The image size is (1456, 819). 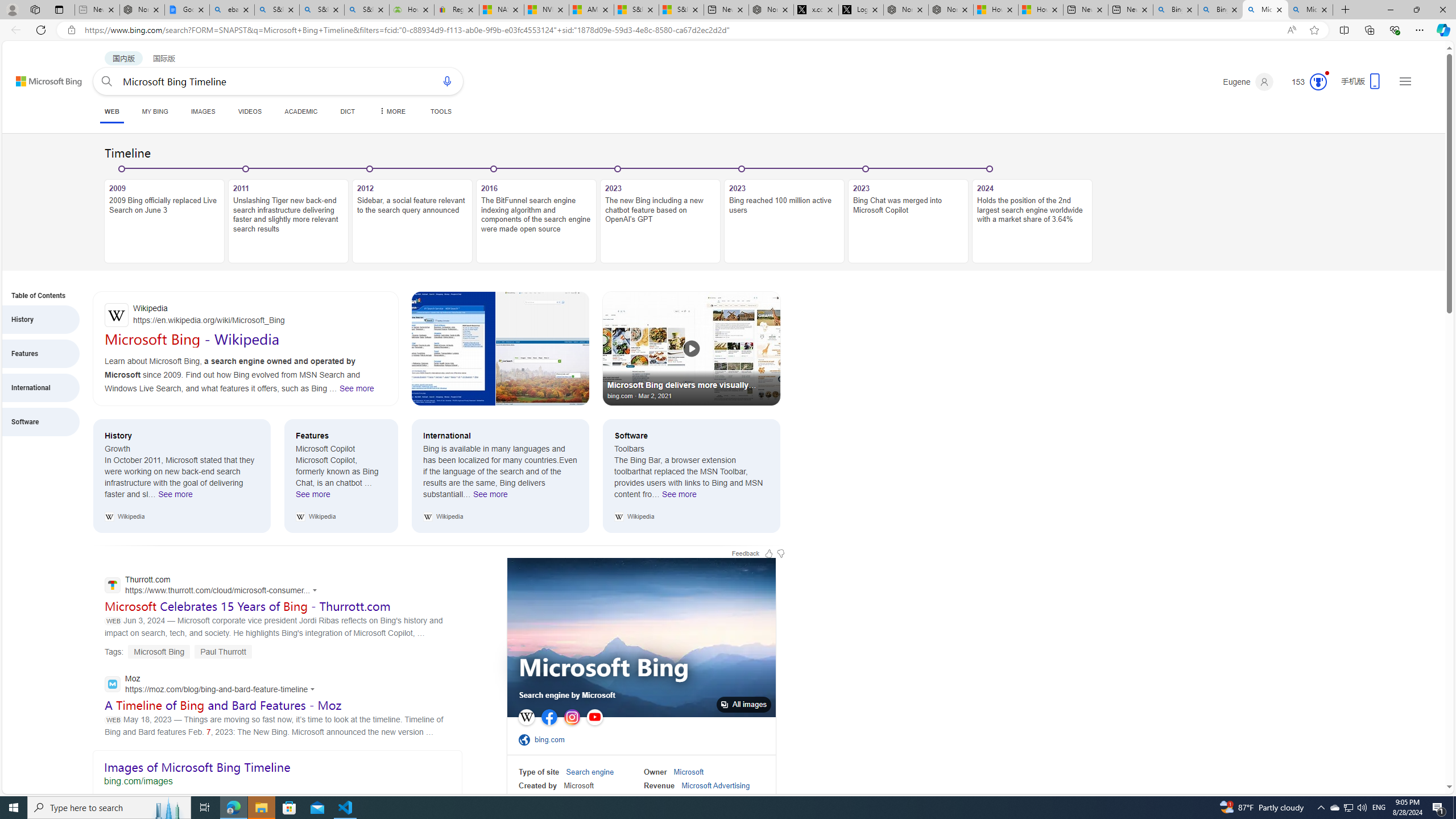 I want to click on 'Feedback Dislike', so click(x=780, y=553).